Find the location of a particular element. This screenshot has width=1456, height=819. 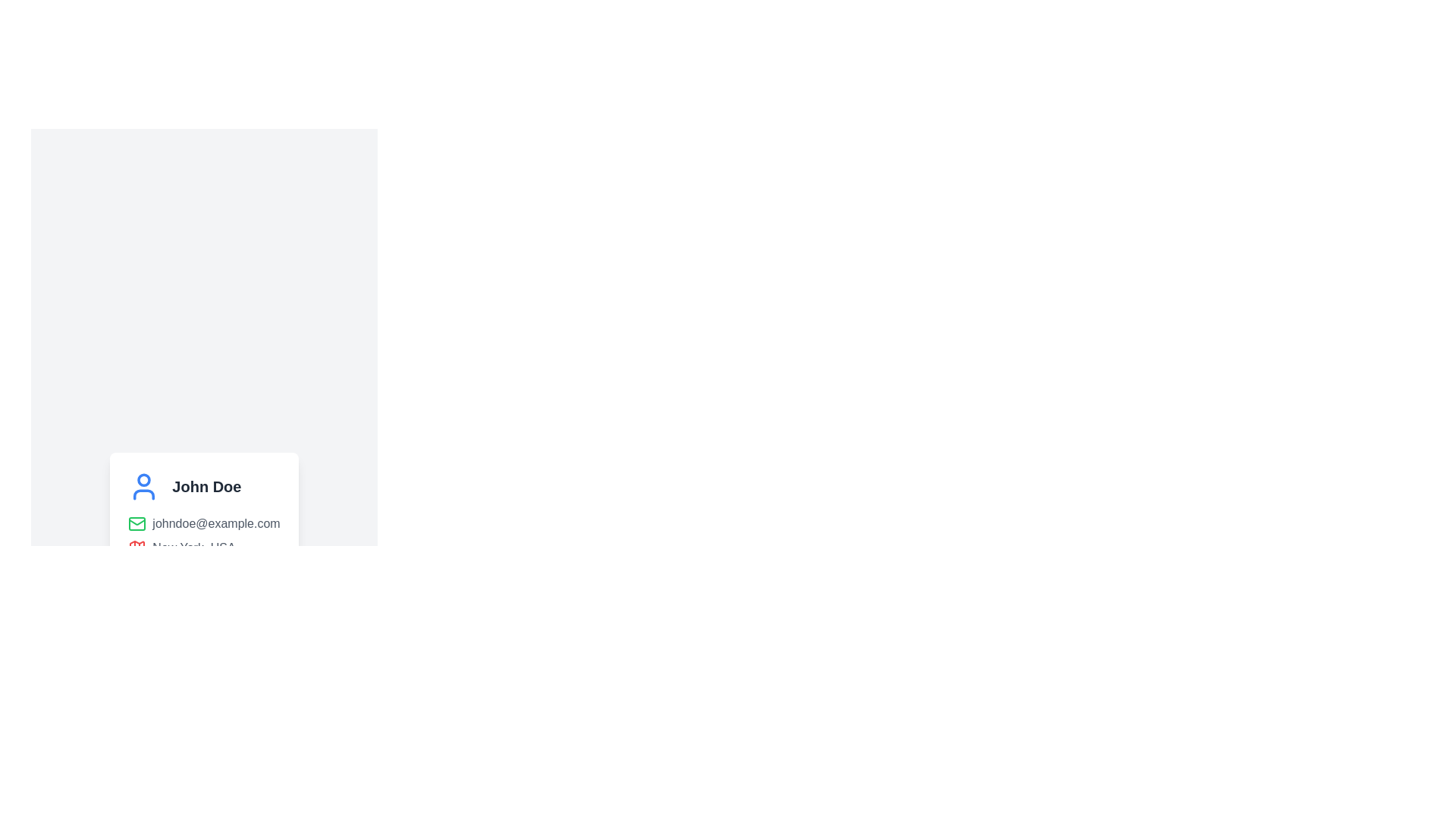

the text label displaying 'John Doe', which is styled in bold and positioned to the right of a user profile icon within a card layout is located at coordinates (203, 486).